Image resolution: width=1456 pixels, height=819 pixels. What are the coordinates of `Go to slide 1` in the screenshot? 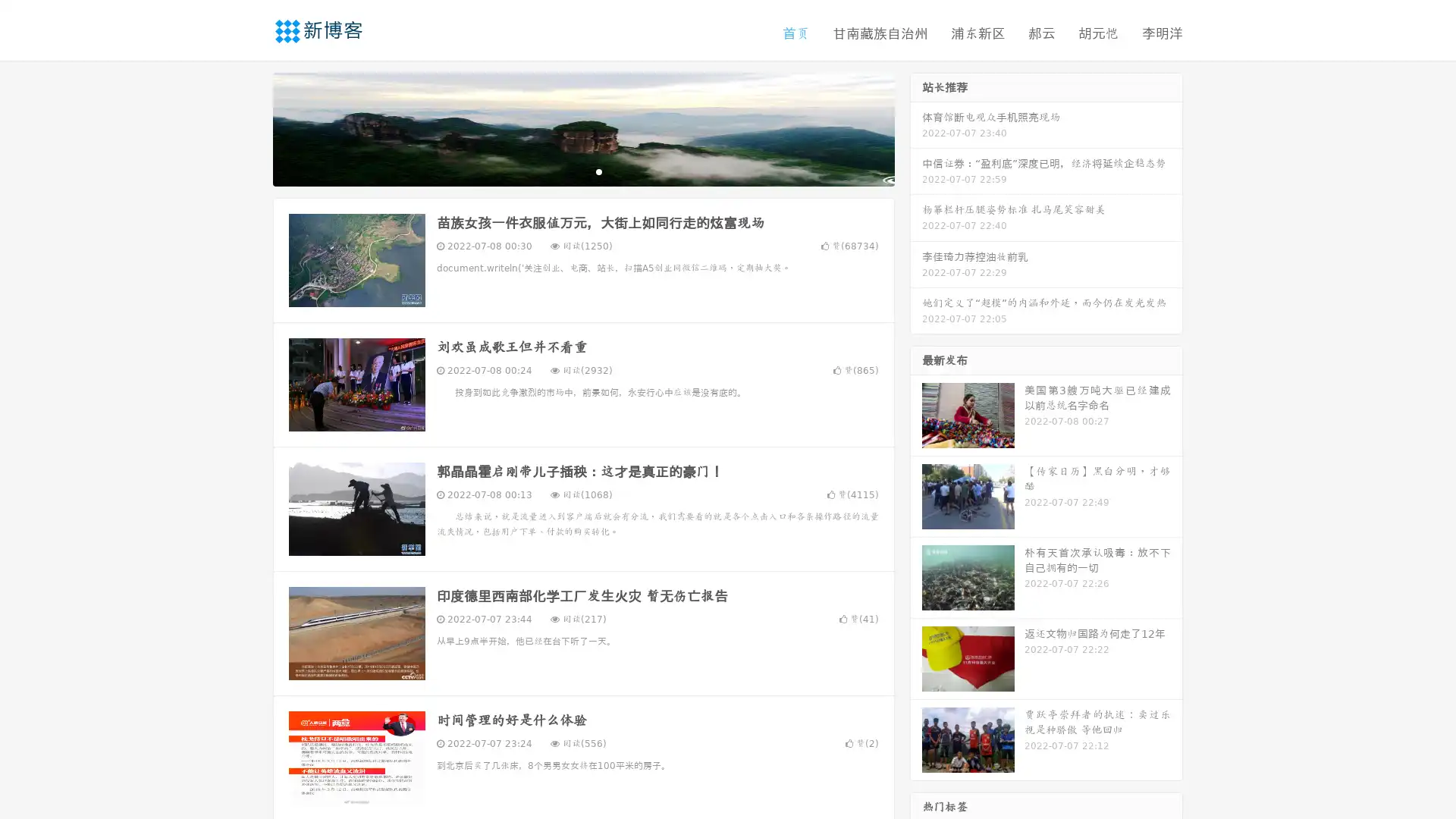 It's located at (567, 171).